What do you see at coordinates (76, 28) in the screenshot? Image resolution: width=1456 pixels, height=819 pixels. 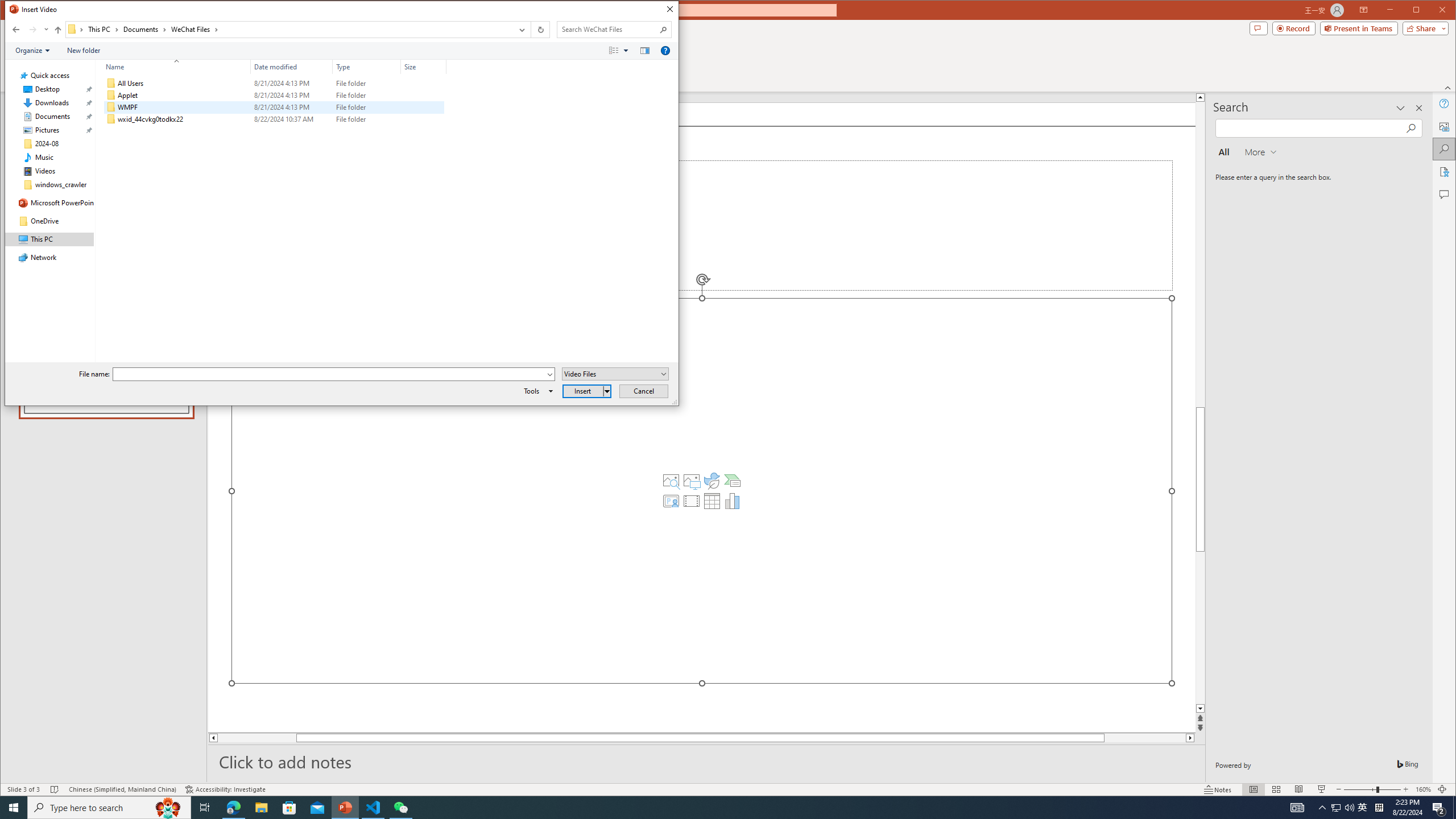 I see `'All locations'` at bounding box center [76, 28].